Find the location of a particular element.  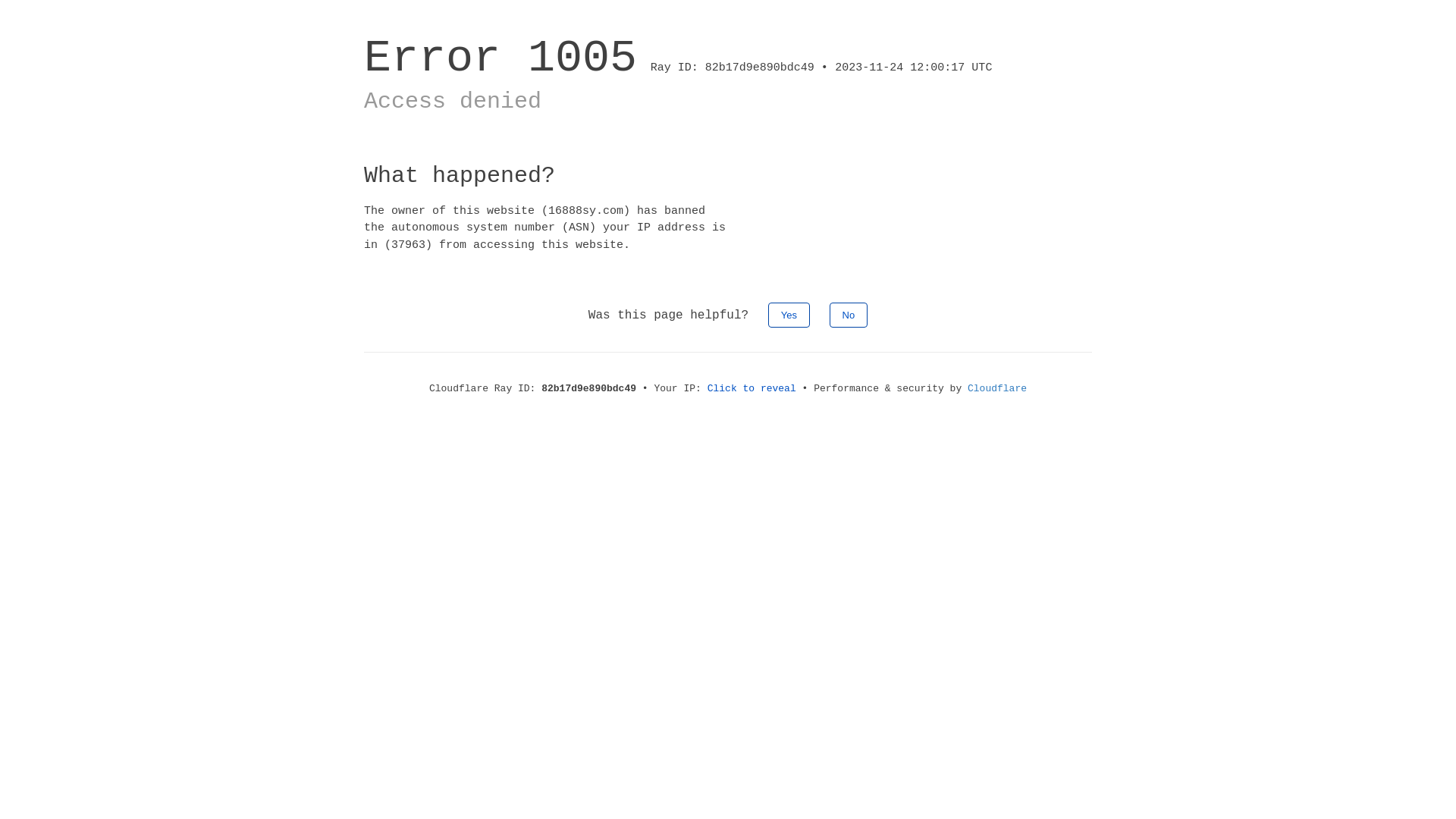

'Click to reveal' is located at coordinates (706, 388).